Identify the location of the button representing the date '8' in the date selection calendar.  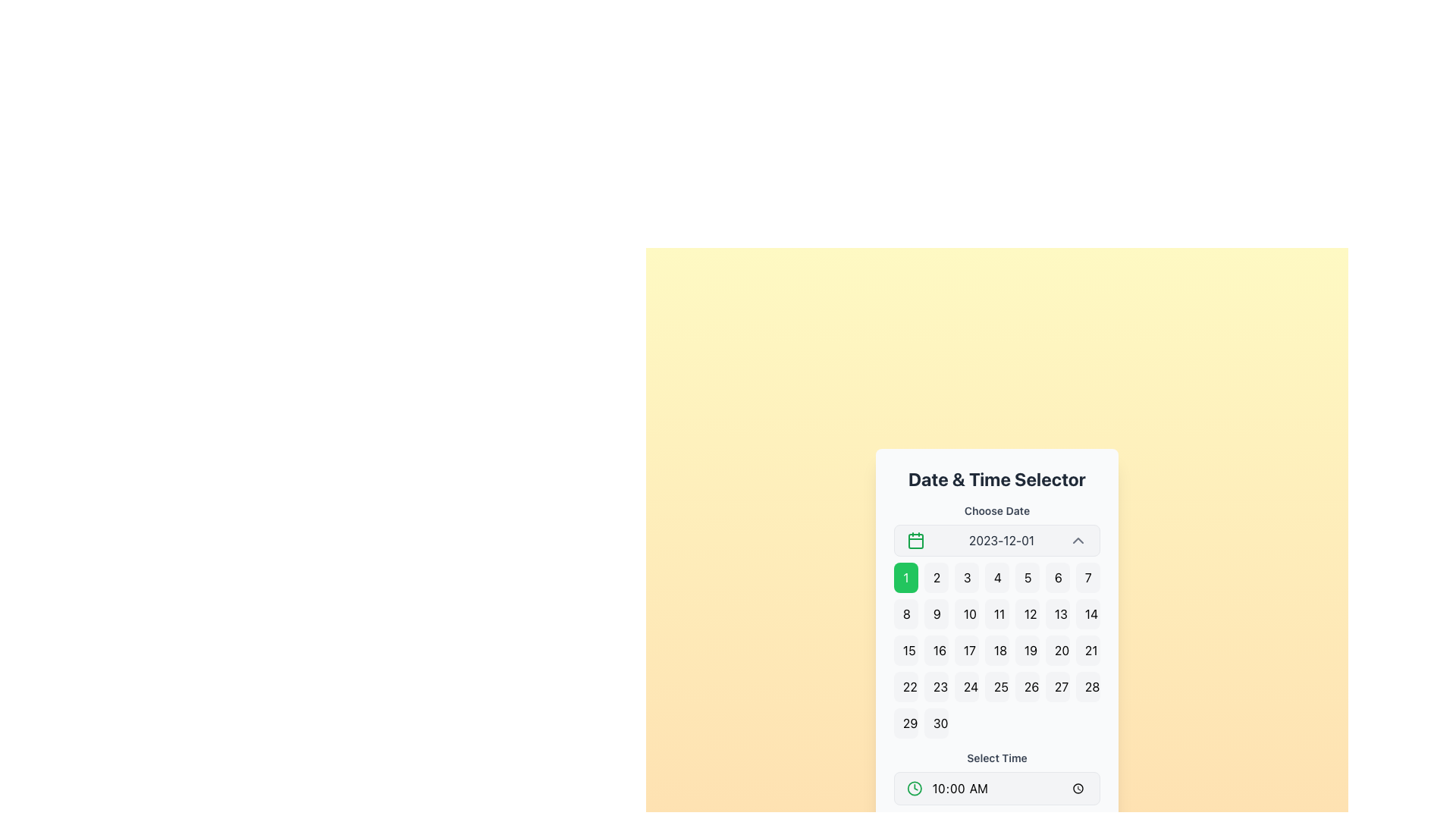
(906, 614).